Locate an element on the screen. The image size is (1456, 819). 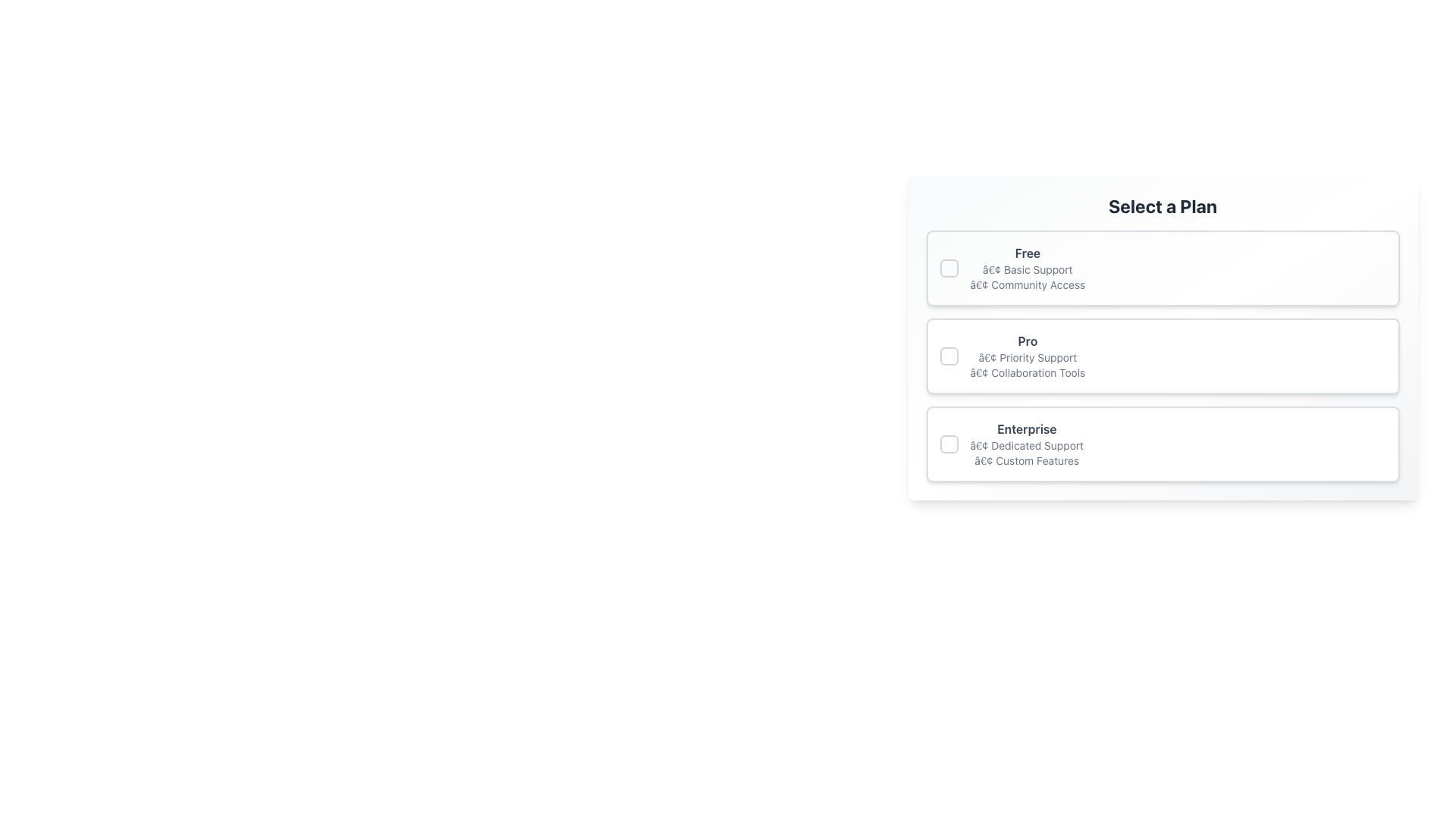
the title text for the 'Enterprise' pricing plan, which is centrally positioned above the features list including 'Dedicated Support' and 'Custom Features' is located at coordinates (1027, 429).